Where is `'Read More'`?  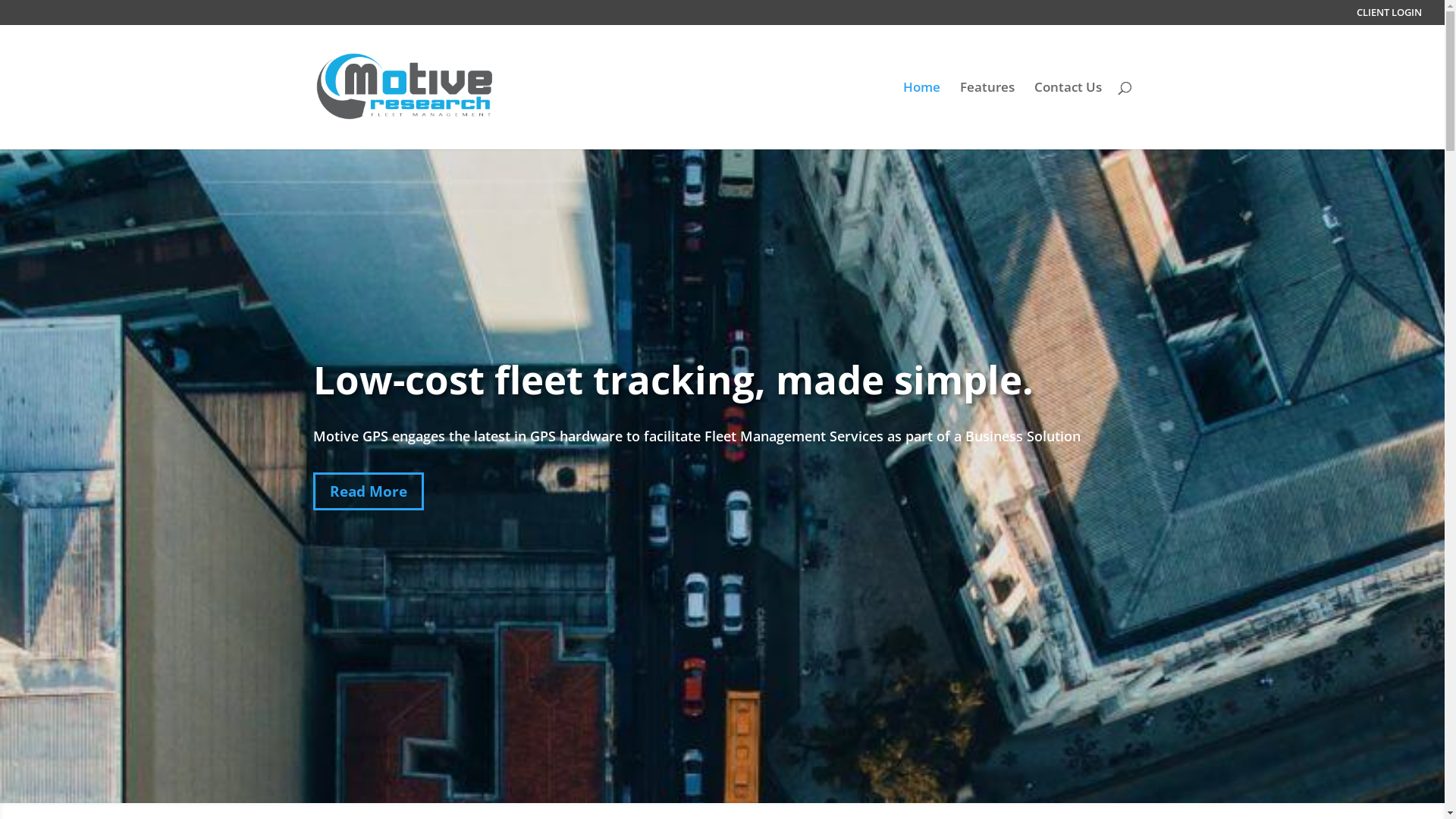 'Read More' is located at coordinates (312, 491).